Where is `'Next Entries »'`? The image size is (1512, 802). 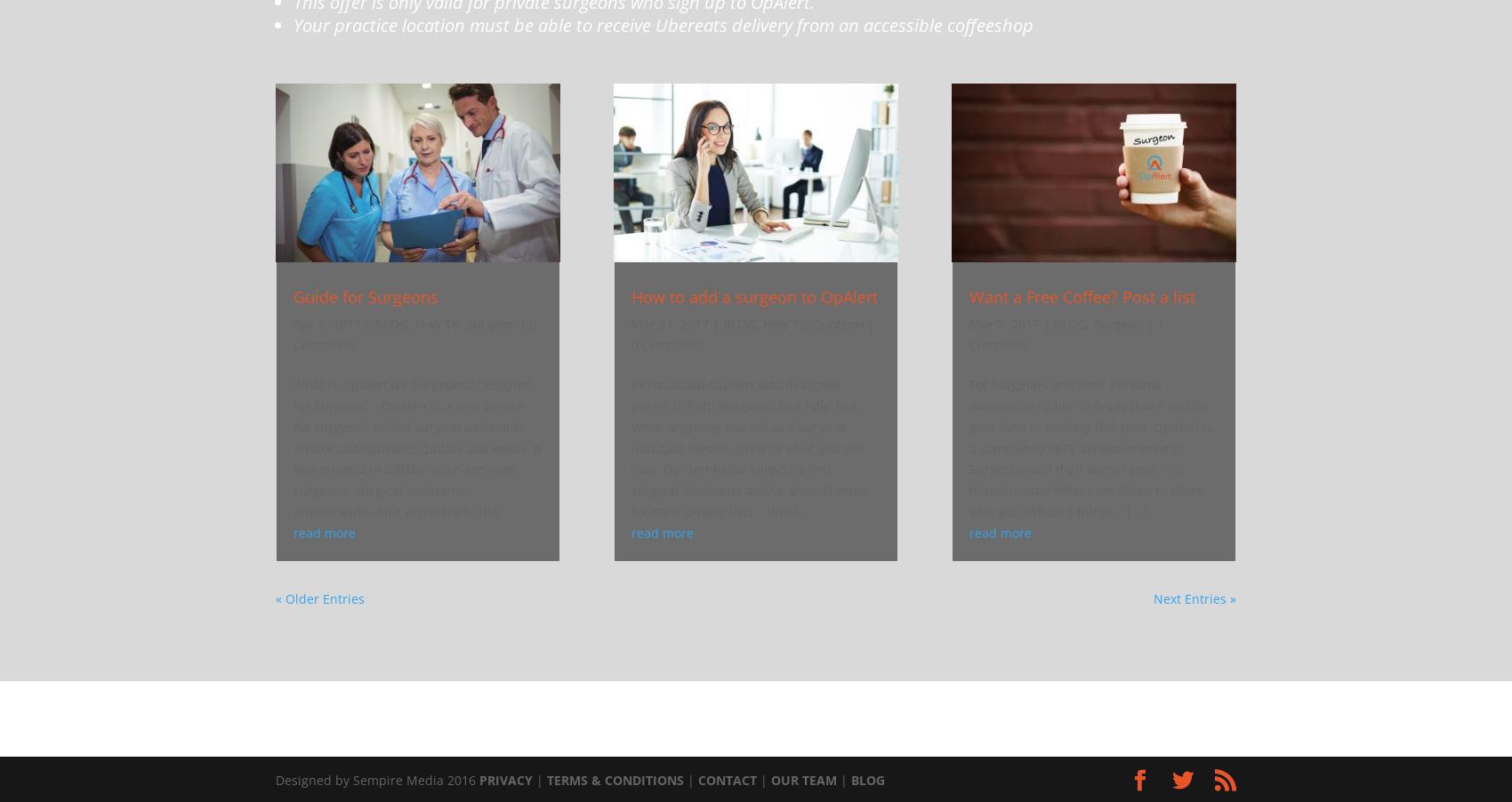 'Next Entries »' is located at coordinates (1194, 597).